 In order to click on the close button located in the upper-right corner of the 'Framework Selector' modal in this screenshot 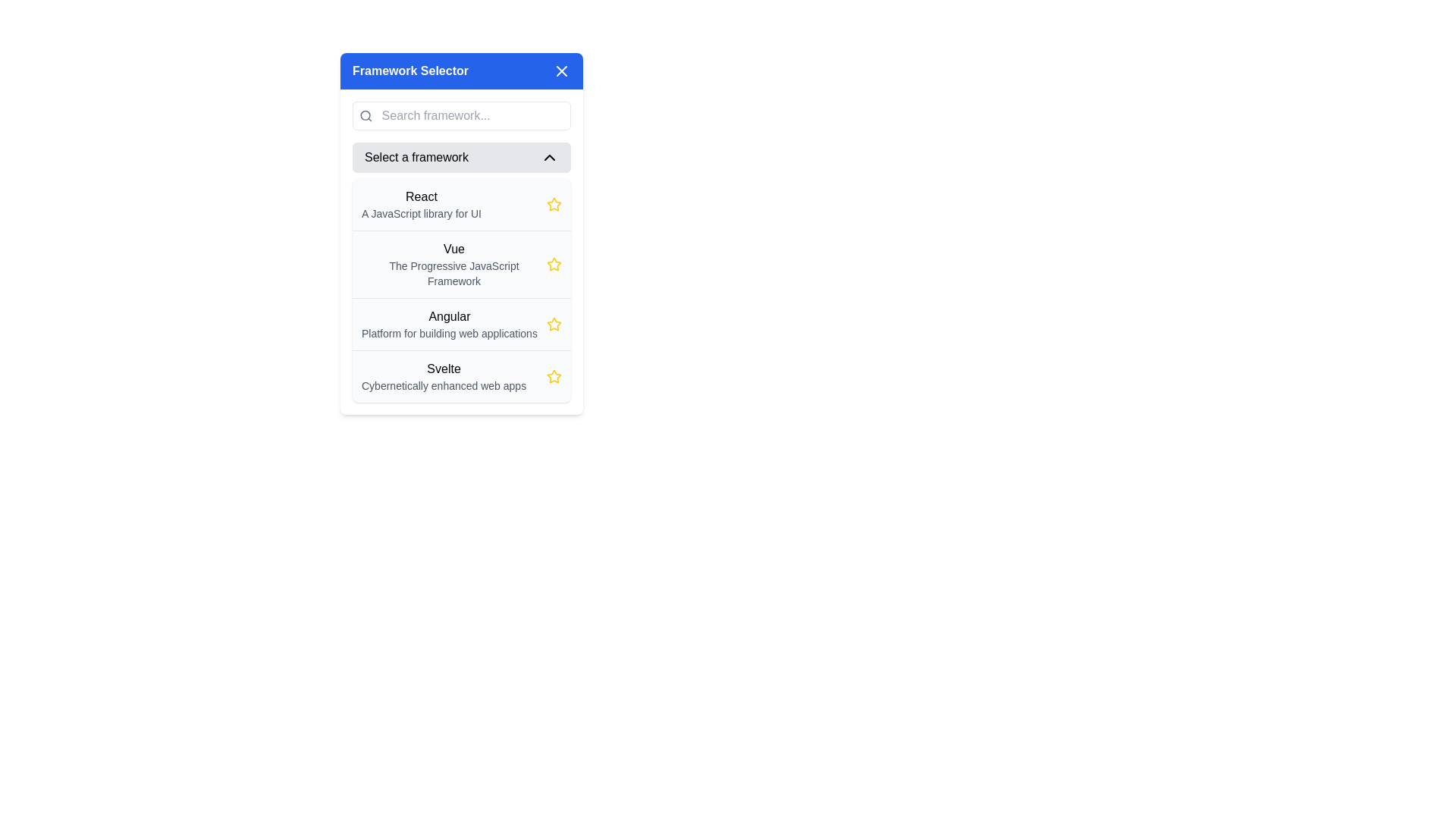, I will do `click(560, 71)`.